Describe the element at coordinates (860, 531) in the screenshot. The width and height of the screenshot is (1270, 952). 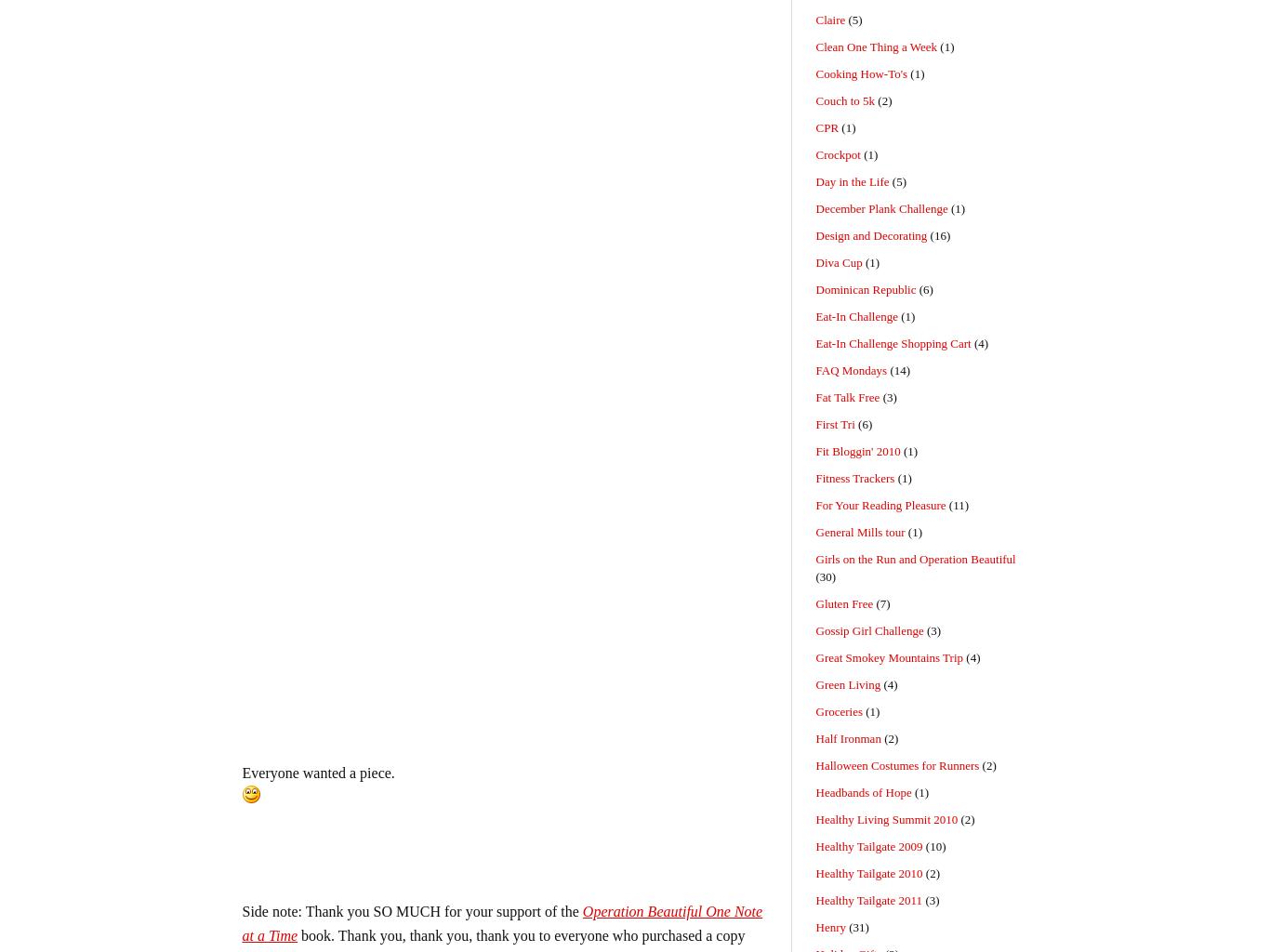
I see `'General Mills tour'` at that location.